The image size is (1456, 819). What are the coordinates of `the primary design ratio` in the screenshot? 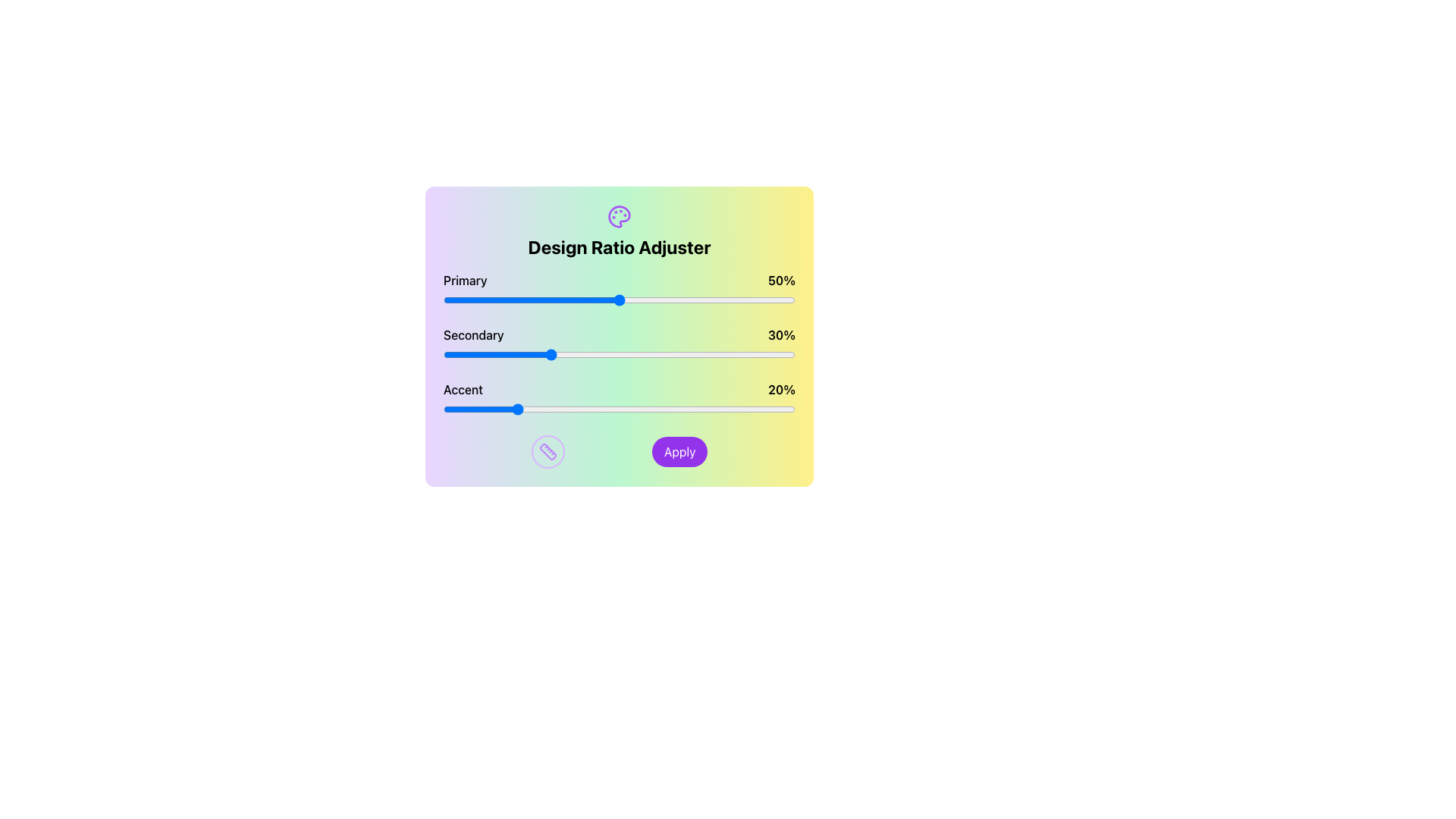 It's located at (594, 300).